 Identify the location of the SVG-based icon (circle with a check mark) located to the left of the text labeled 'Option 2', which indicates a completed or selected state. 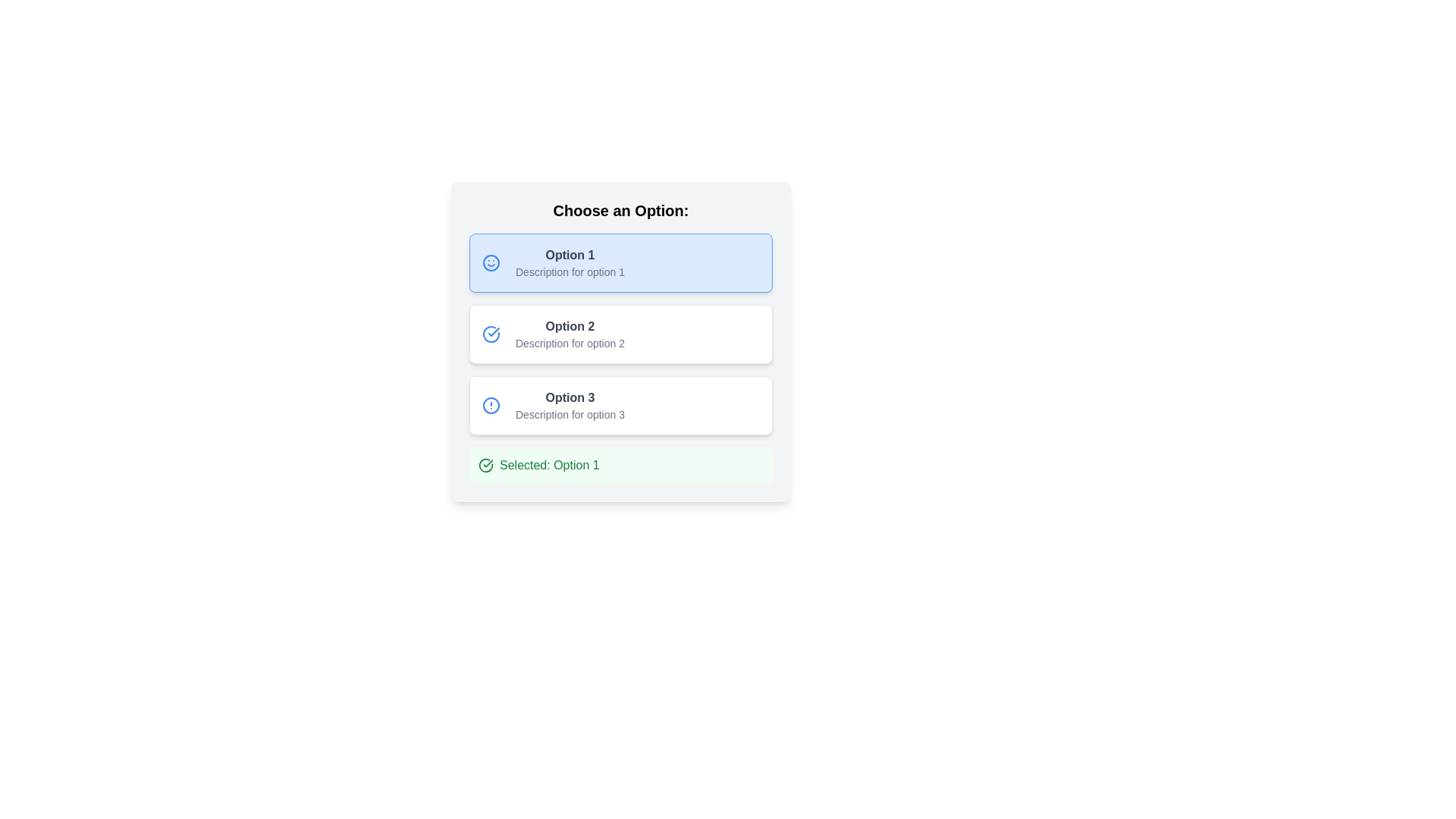
(491, 333).